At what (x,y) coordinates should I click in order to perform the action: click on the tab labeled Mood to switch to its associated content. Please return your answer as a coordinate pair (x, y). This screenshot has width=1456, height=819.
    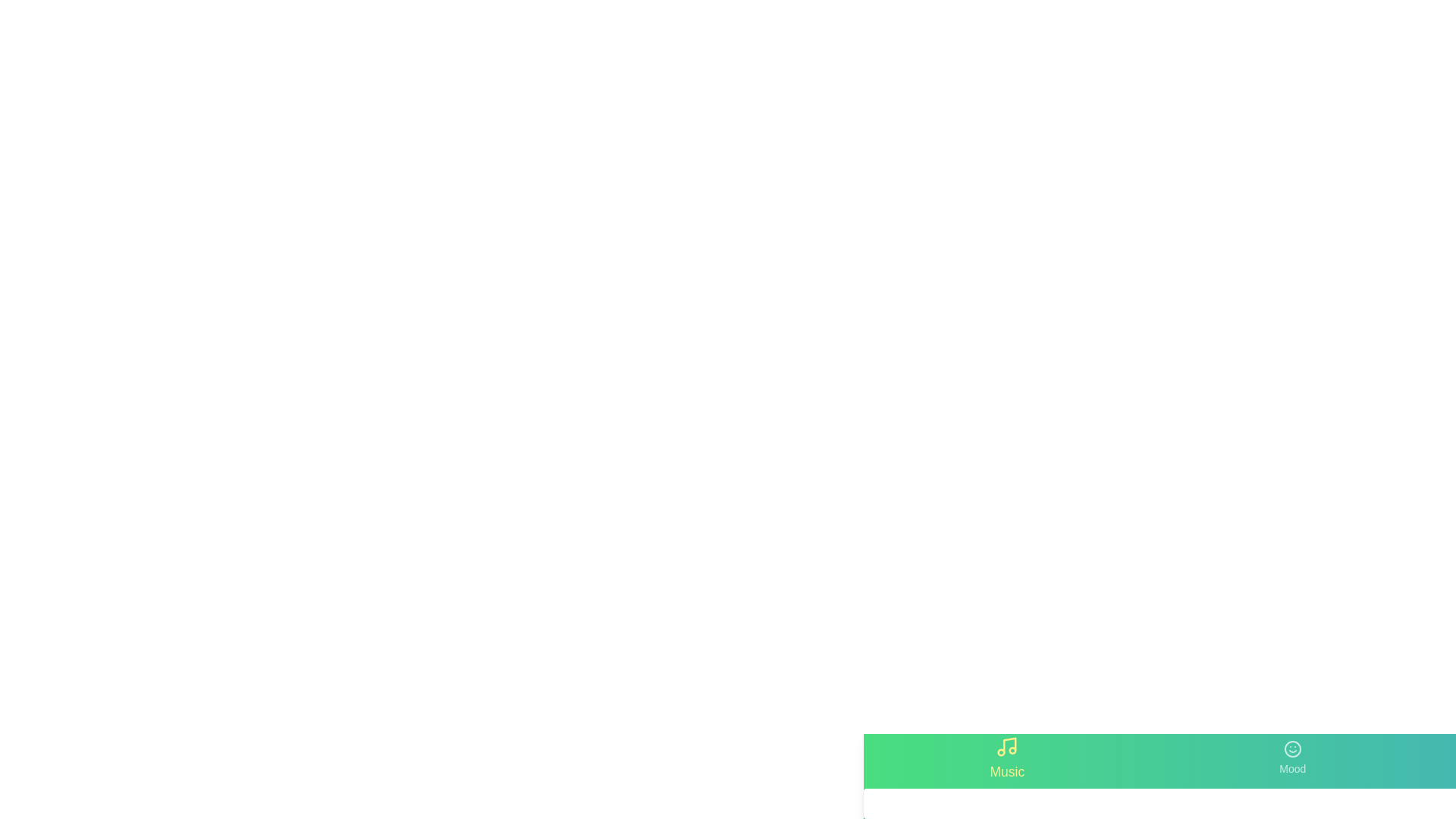
    Looking at the image, I should click on (1291, 758).